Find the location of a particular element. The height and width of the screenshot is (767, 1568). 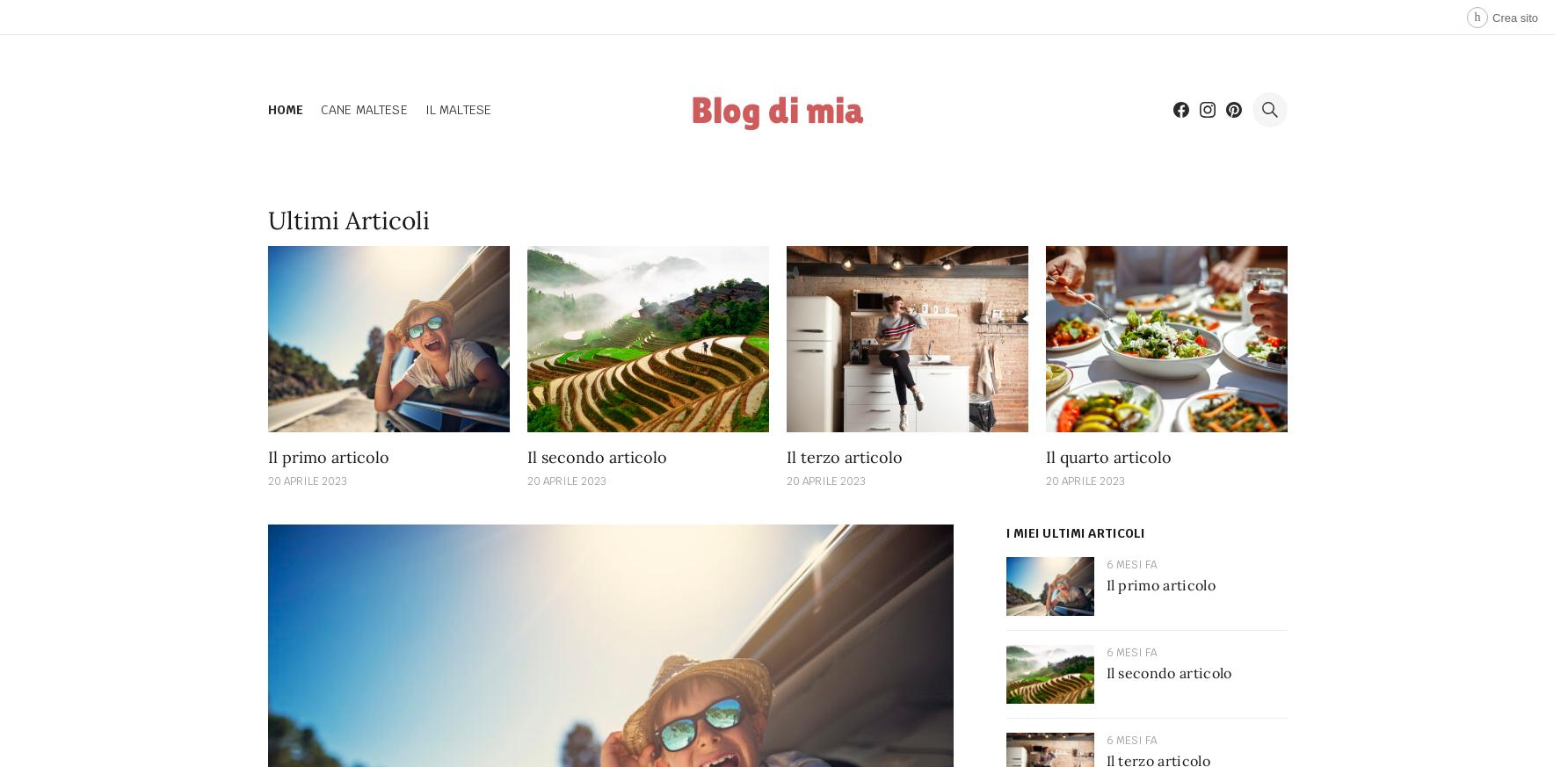

'Home' is located at coordinates (266, 108).